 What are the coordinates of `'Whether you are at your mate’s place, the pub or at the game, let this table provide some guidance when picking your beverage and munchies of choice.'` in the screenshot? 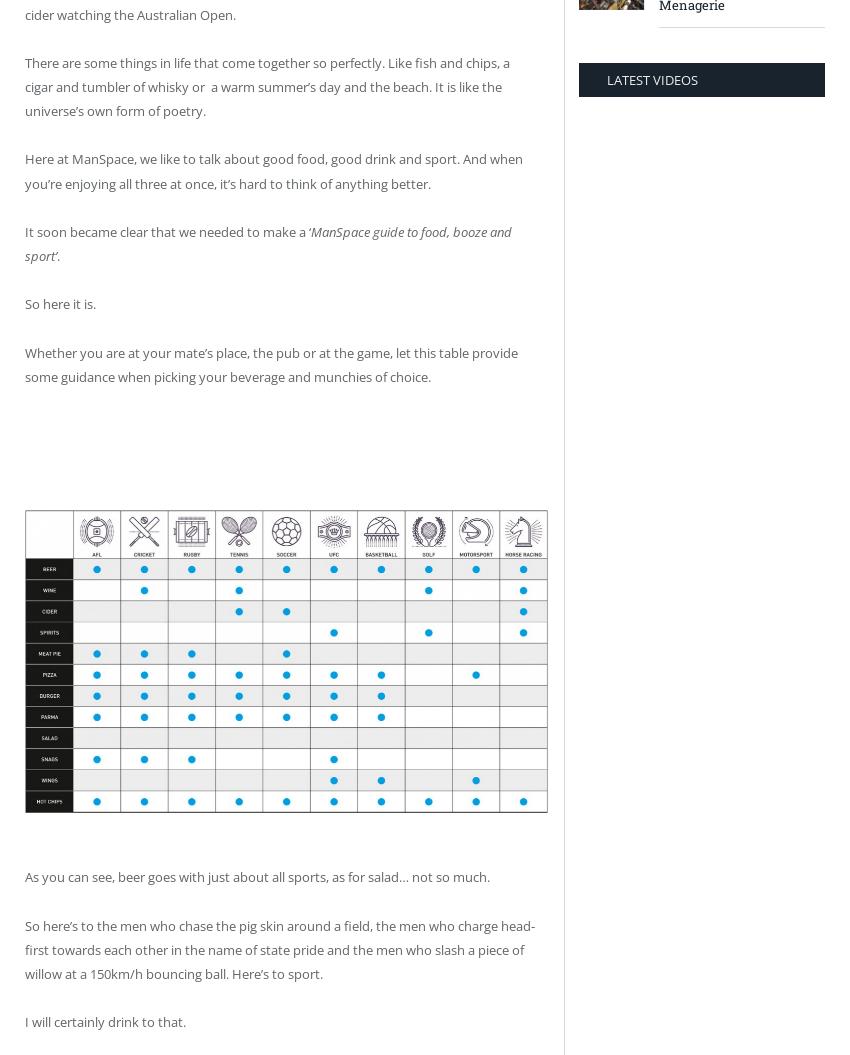 It's located at (270, 363).